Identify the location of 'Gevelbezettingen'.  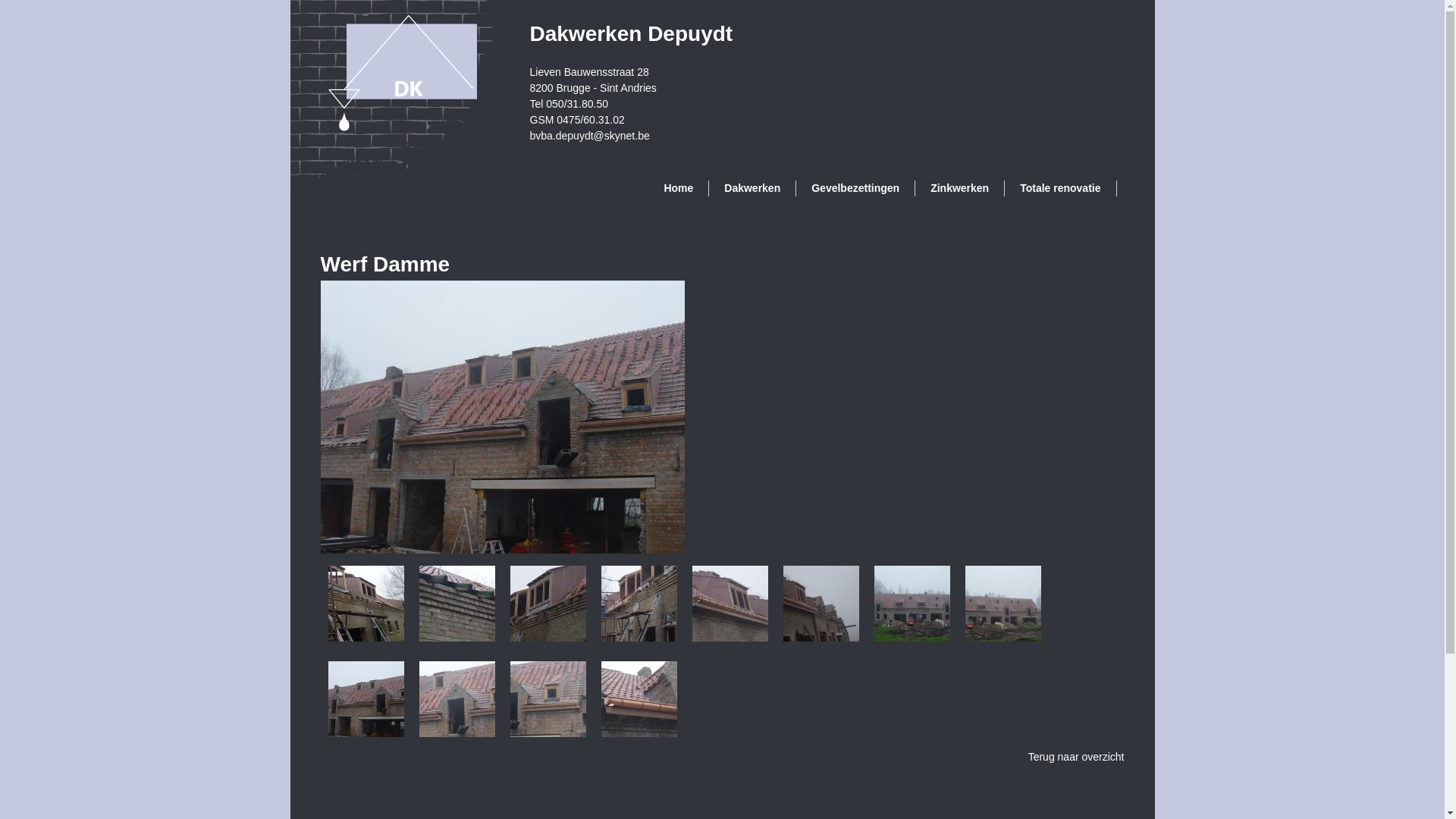
(855, 187).